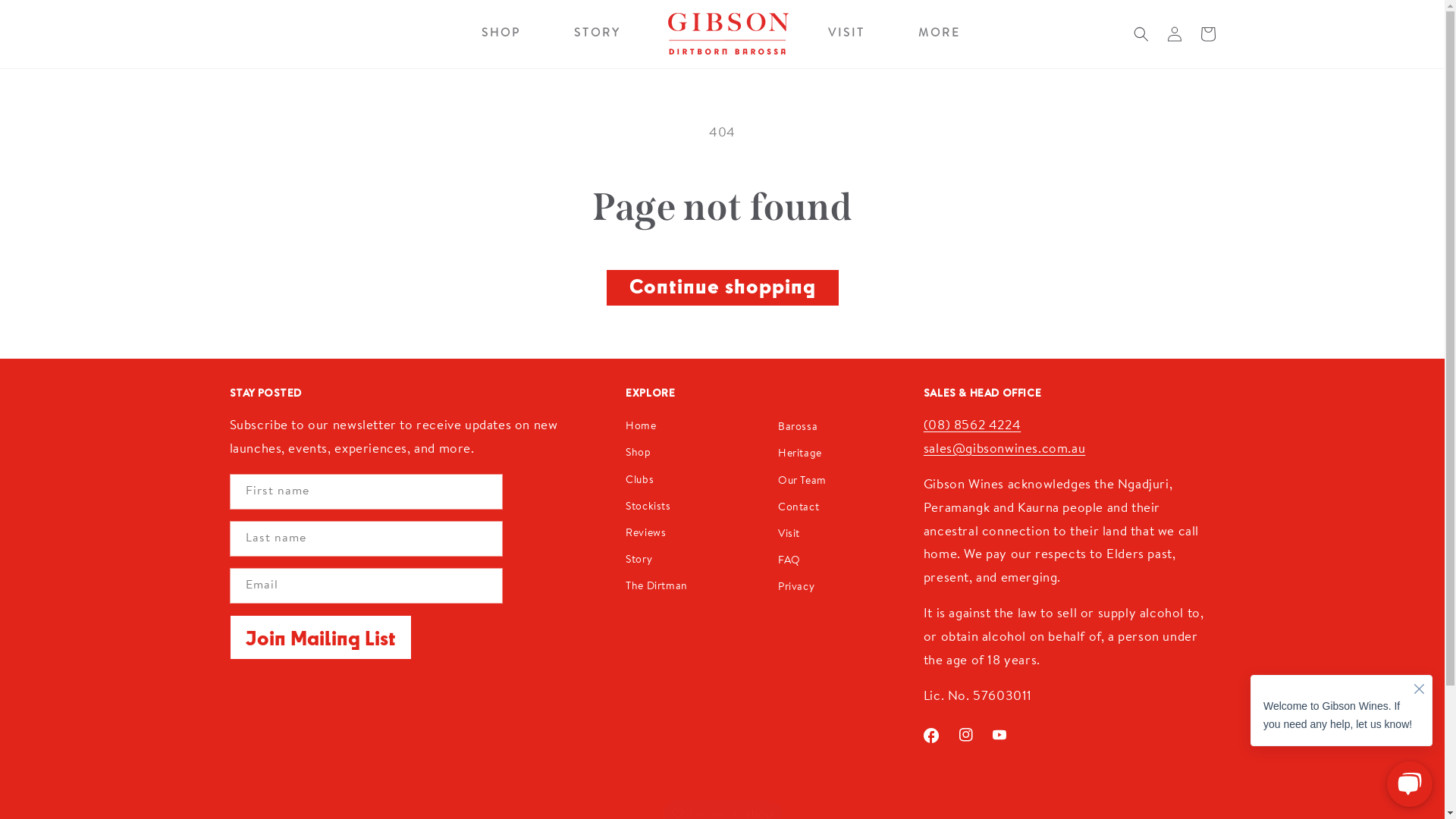 The image size is (1456, 819). I want to click on 'Visit', so click(778, 534).